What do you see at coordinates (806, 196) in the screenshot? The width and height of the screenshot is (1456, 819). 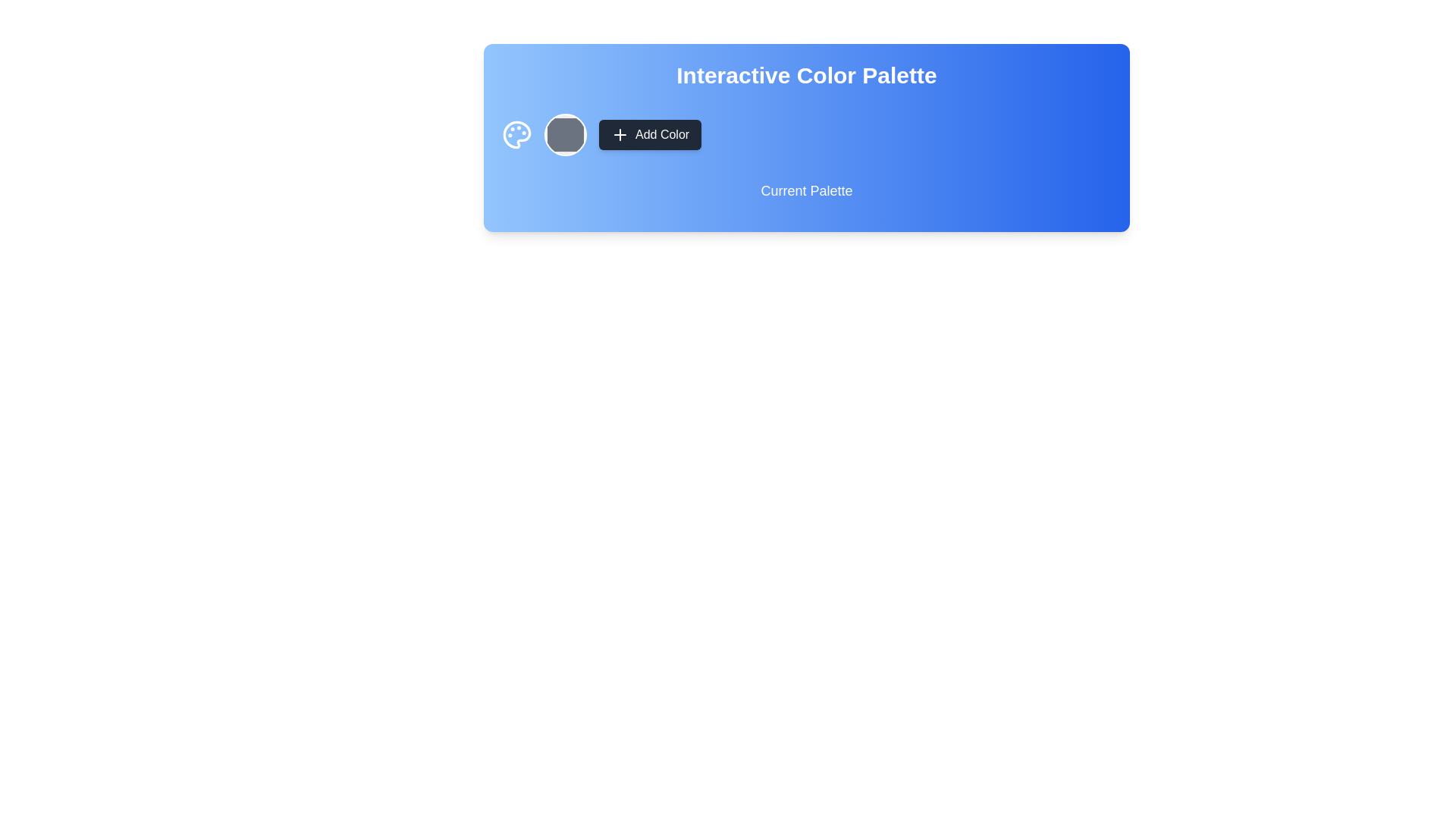 I see `the text label that serves as a header for the current selection in the 'Interactive Color Palette' section, located below the 'Add Color' button` at bounding box center [806, 196].